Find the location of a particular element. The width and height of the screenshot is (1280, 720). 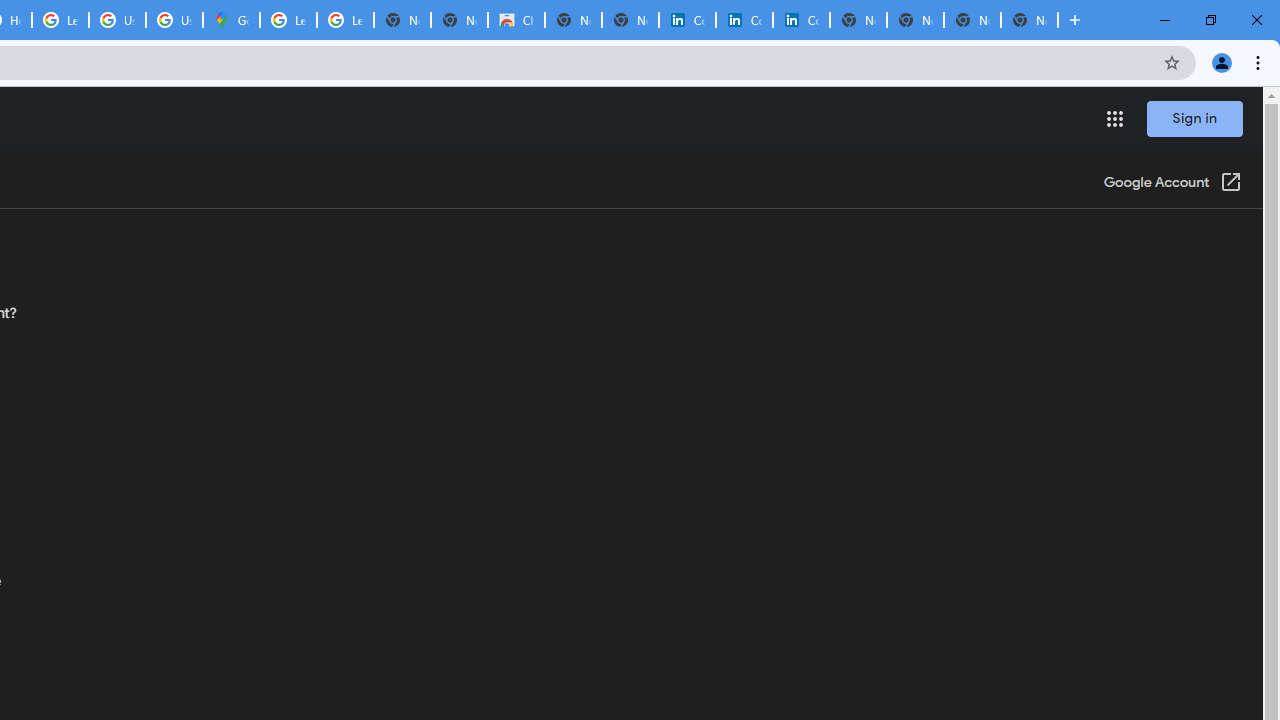

'Cookie Policy | LinkedIn' is located at coordinates (743, 20).